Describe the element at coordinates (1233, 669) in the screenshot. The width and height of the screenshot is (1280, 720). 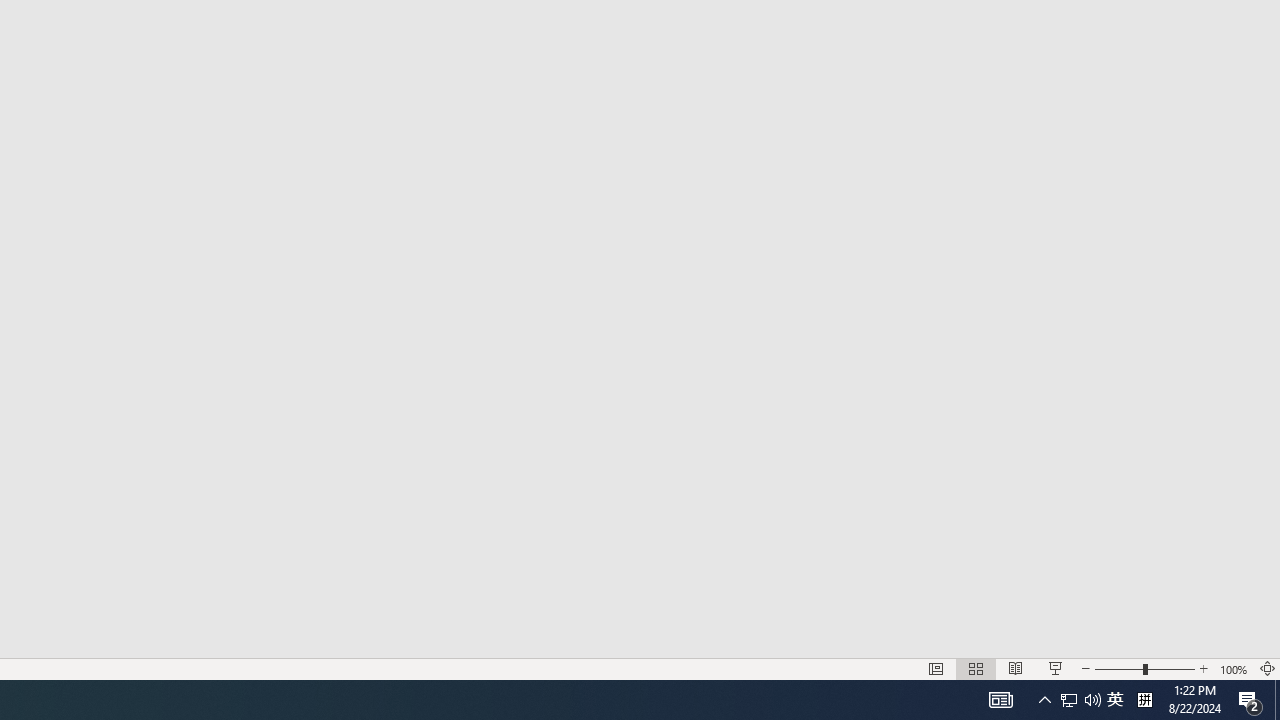
I see `'Zoom 100%'` at that location.